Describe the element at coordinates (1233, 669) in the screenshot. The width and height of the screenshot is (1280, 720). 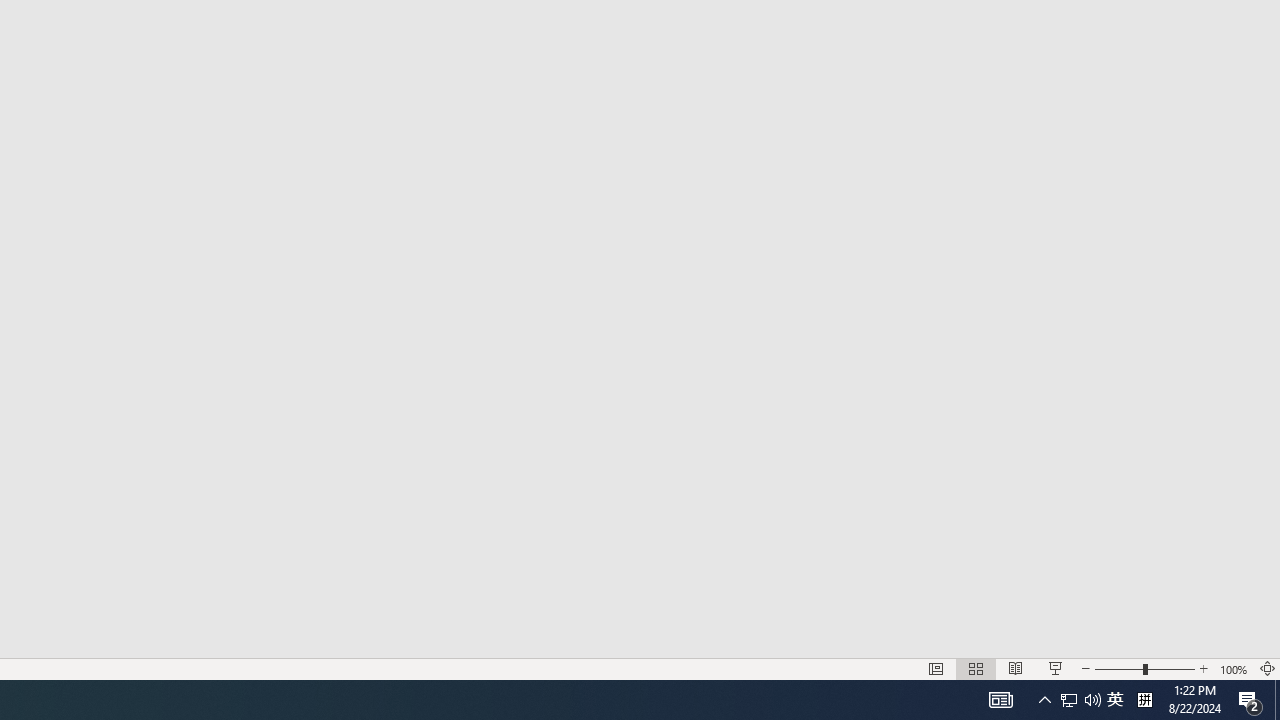
I see `'Zoom 100%'` at that location.